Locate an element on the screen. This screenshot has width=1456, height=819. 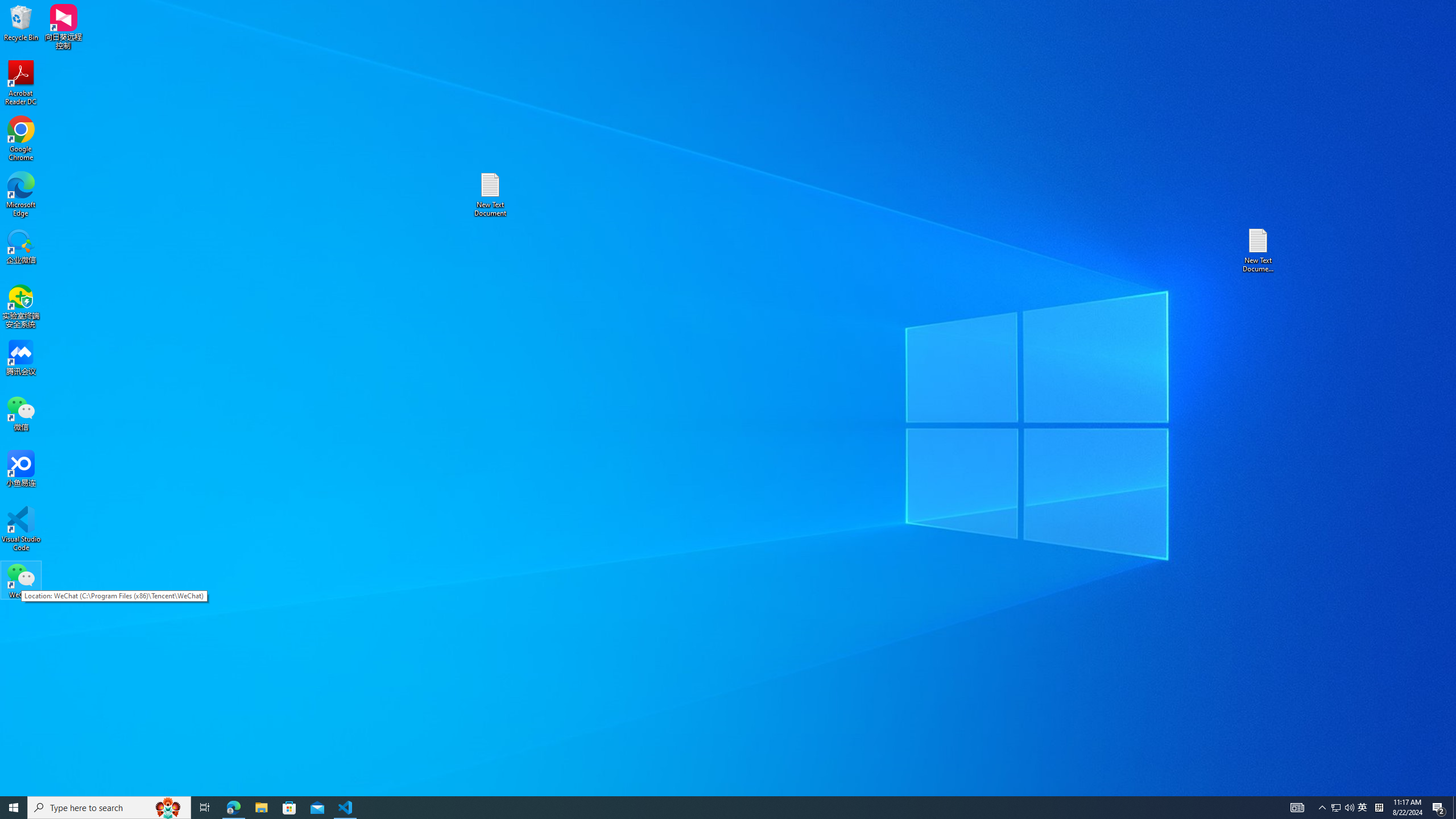
'Q2790: 100%' is located at coordinates (1349, 806).